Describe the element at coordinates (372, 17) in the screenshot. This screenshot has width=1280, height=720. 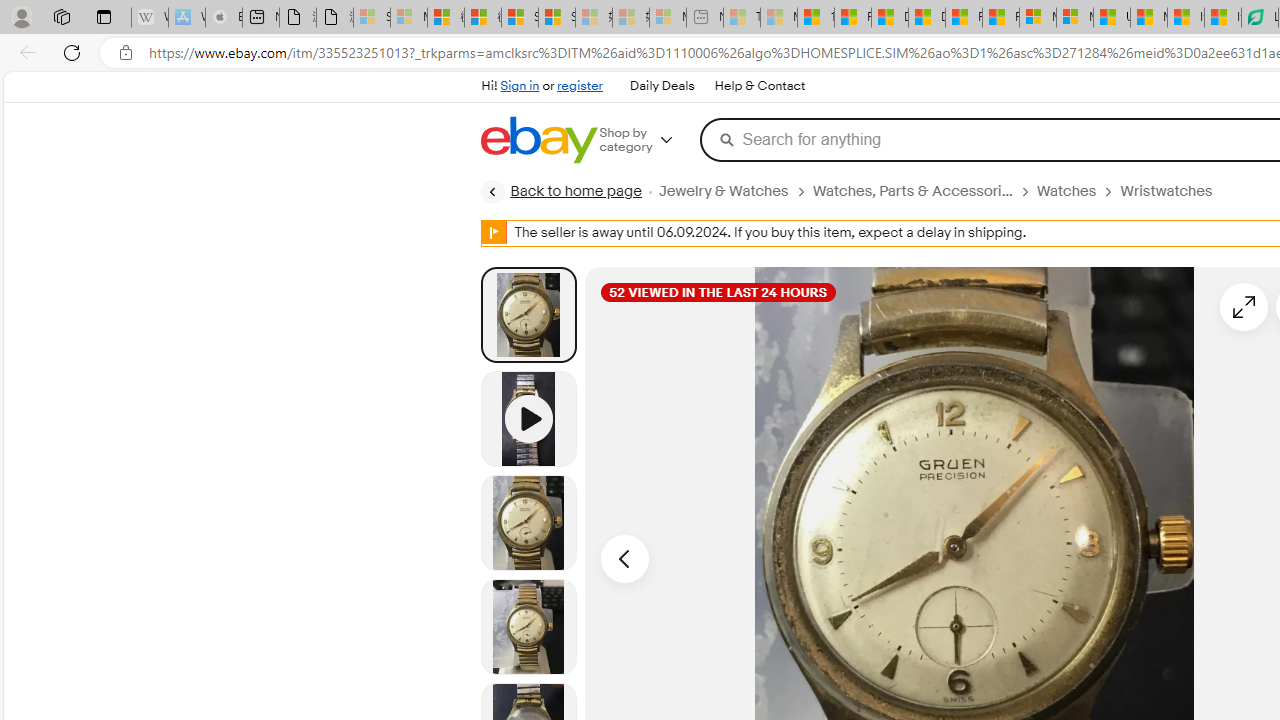
I see `'Sign in to your Microsoft account - Sleeping'` at that location.